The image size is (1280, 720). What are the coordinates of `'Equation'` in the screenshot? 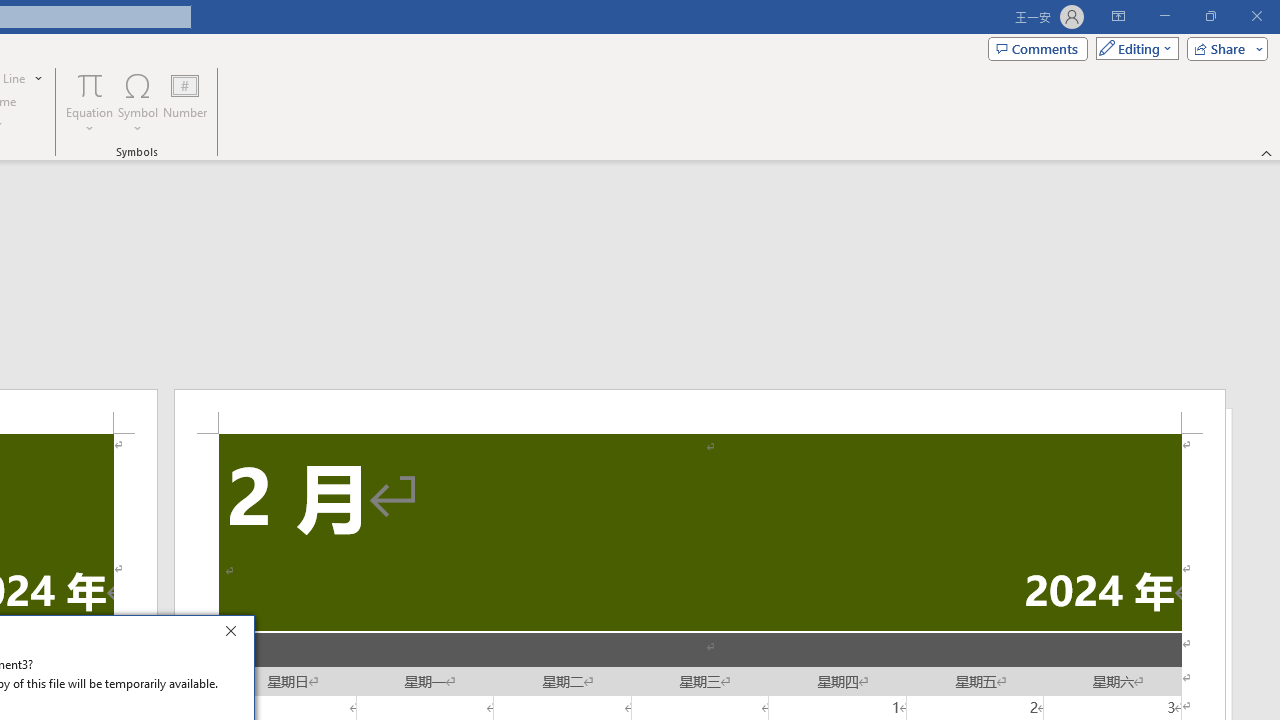 It's located at (89, 84).